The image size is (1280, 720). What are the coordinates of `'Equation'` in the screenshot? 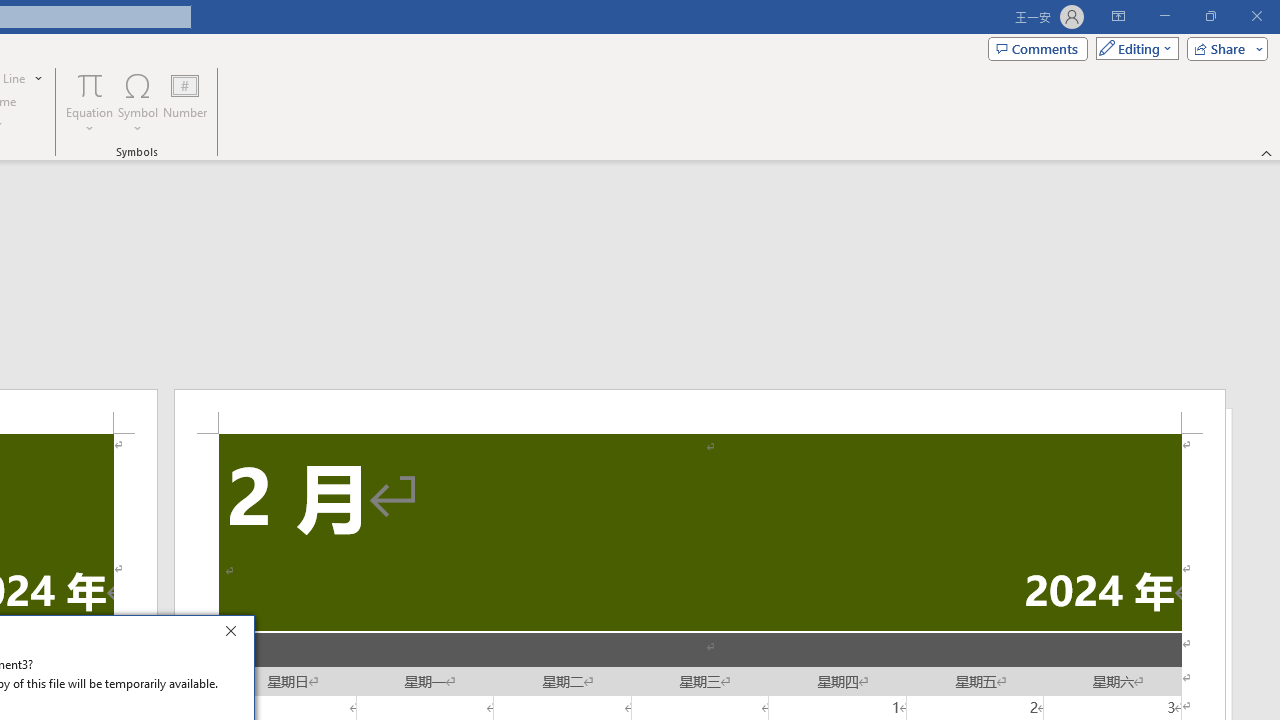 It's located at (89, 84).